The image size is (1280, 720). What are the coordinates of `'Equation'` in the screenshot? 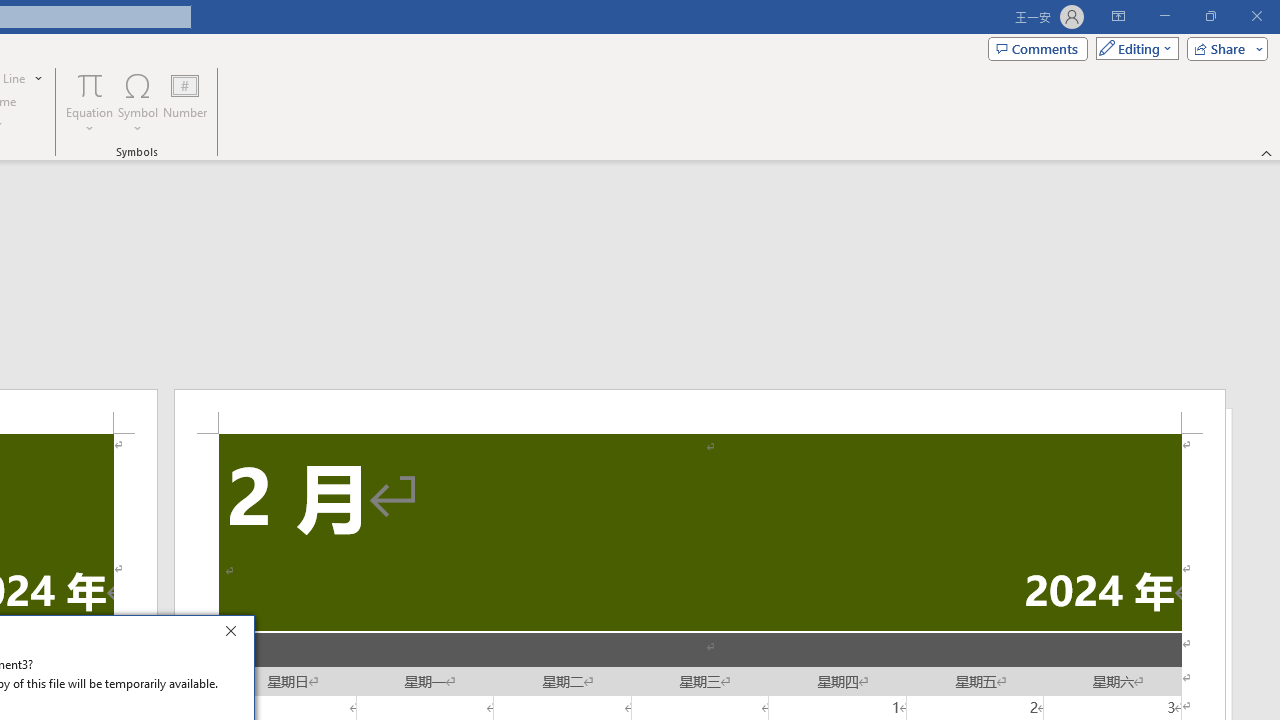 It's located at (89, 84).